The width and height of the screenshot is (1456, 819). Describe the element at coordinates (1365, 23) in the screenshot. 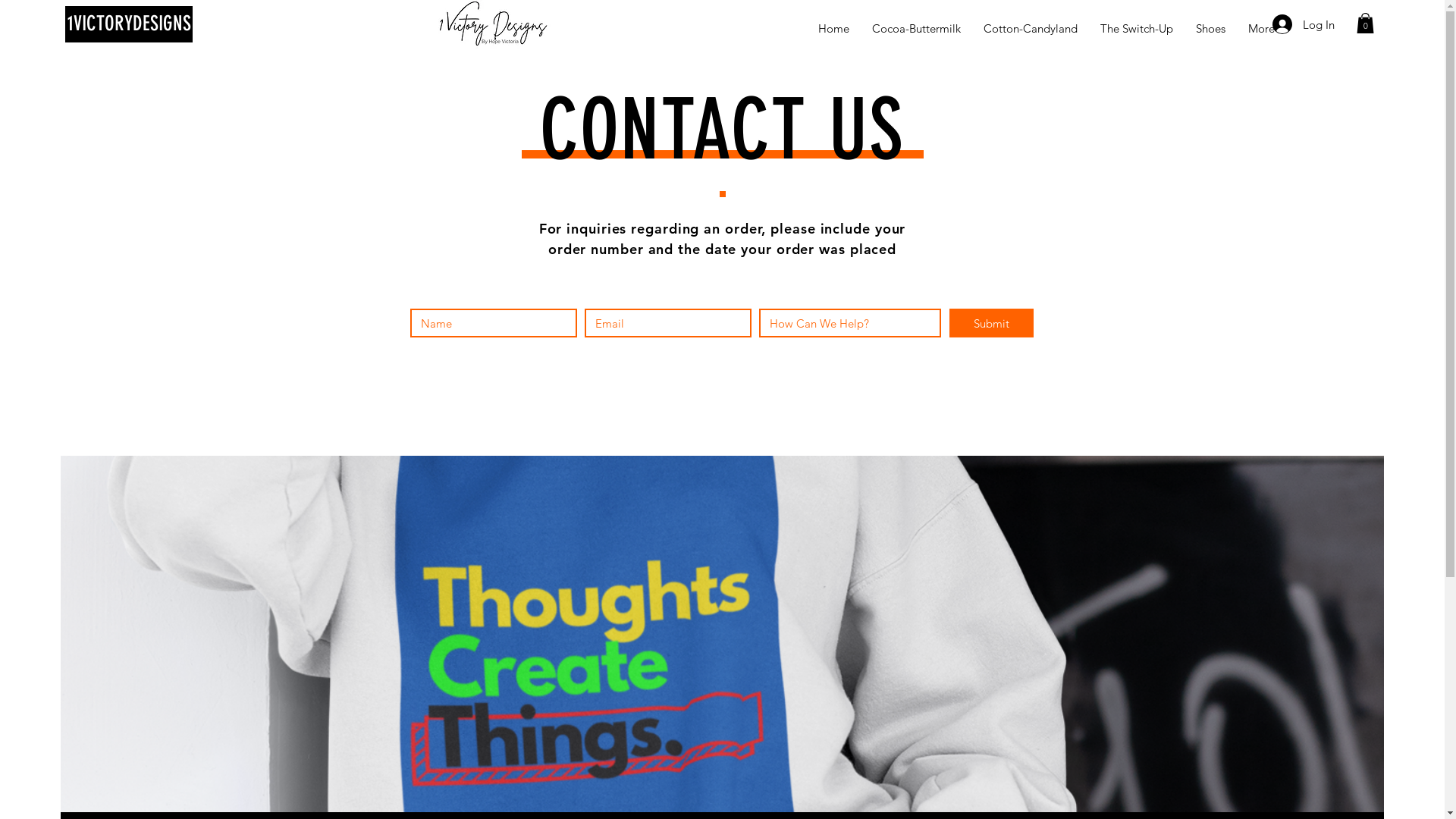

I see `'0'` at that location.